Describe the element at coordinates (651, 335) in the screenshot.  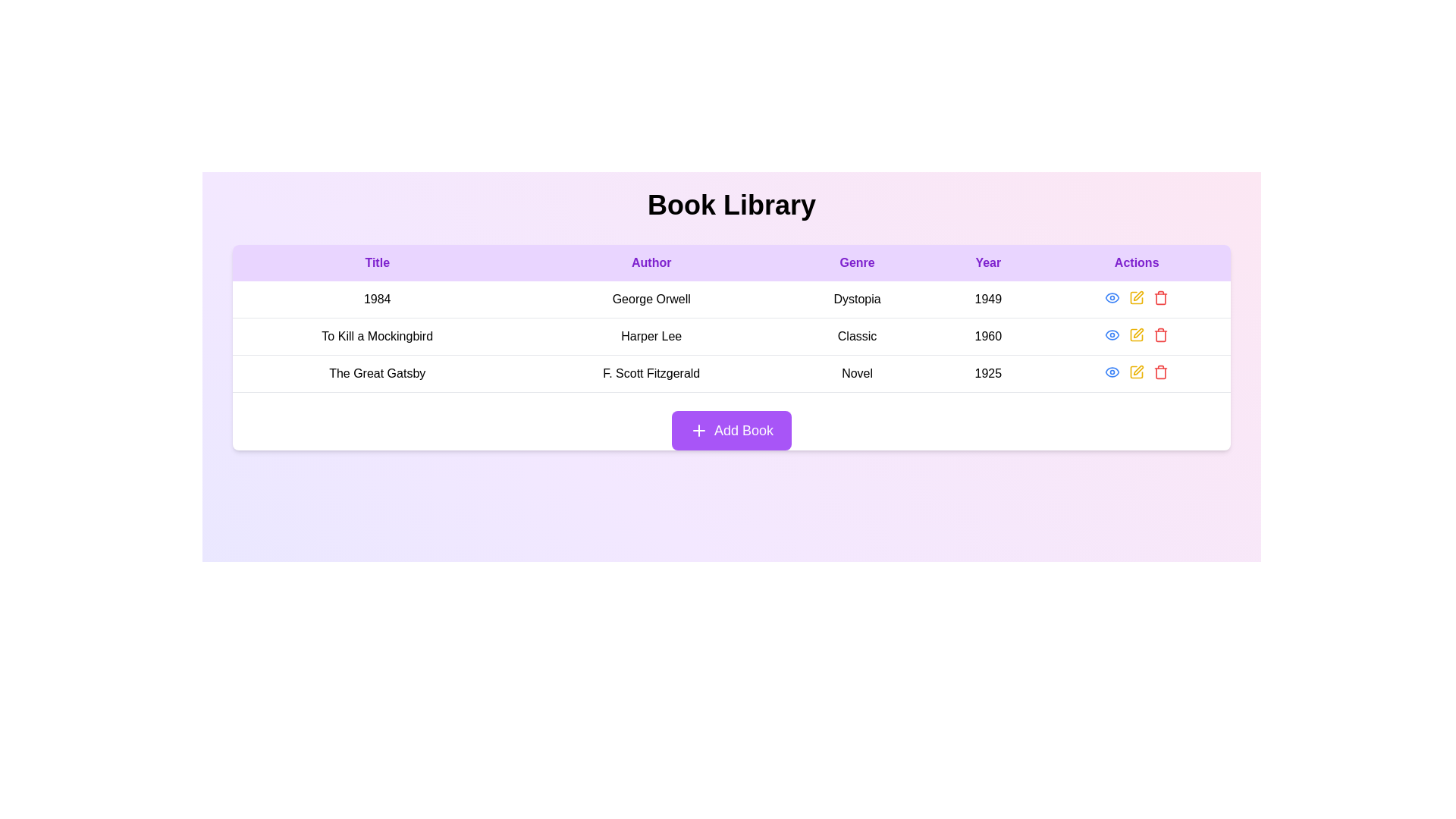
I see `the text label displaying the author's name in the second row of the 'Author' column within the book details table` at that location.